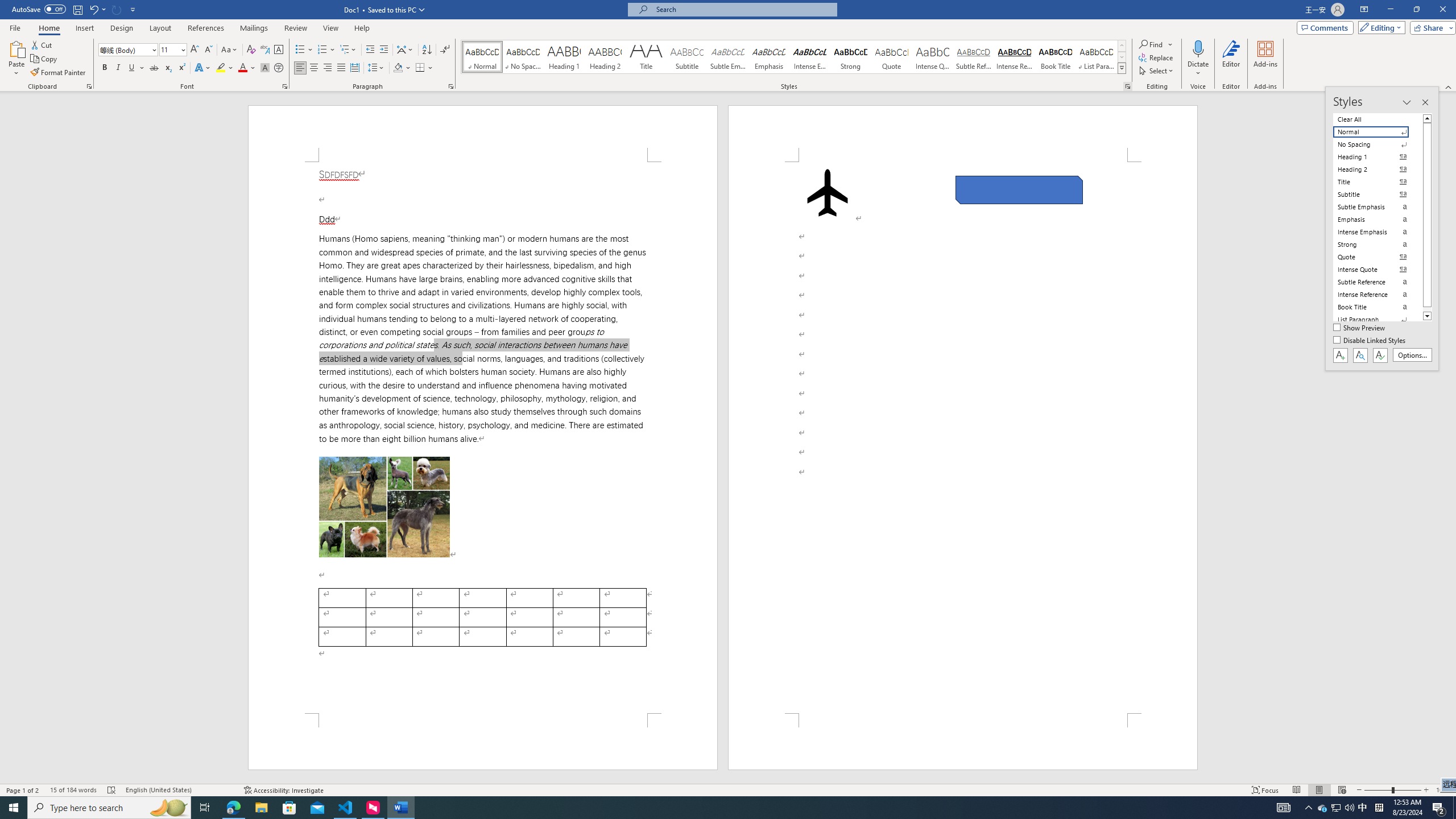 The height and width of the screenshot is (819, 1456). What do you see at coordinates (1156, 56) in the screenshot?
I see `'Replace...'` at bounding box center [1156, 56].